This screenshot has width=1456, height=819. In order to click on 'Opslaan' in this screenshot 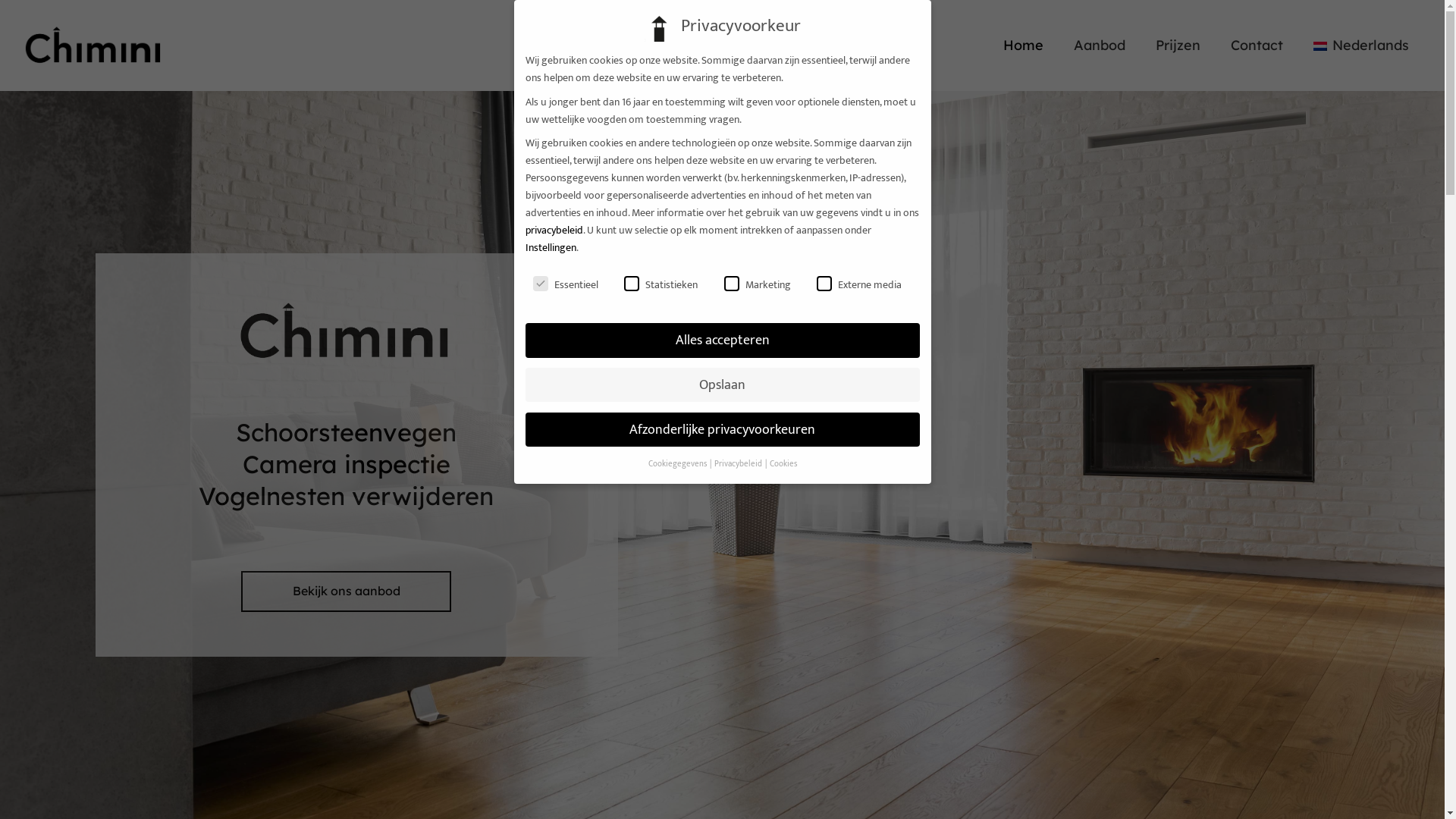, I will do `click(720, 384)`.